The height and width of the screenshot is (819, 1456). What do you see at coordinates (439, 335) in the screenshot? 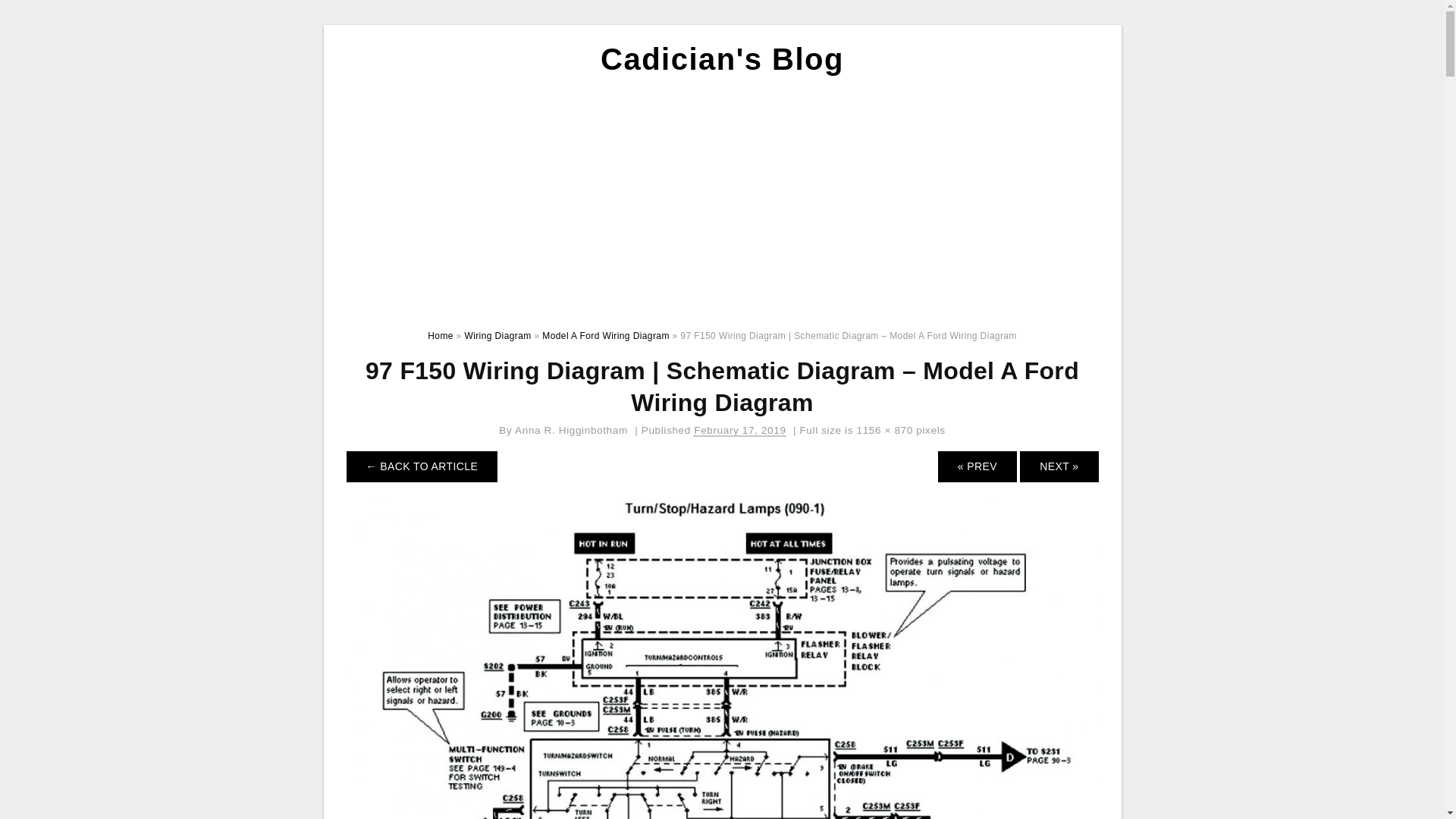
I see `'Home'` at bounding box center [439, 335].